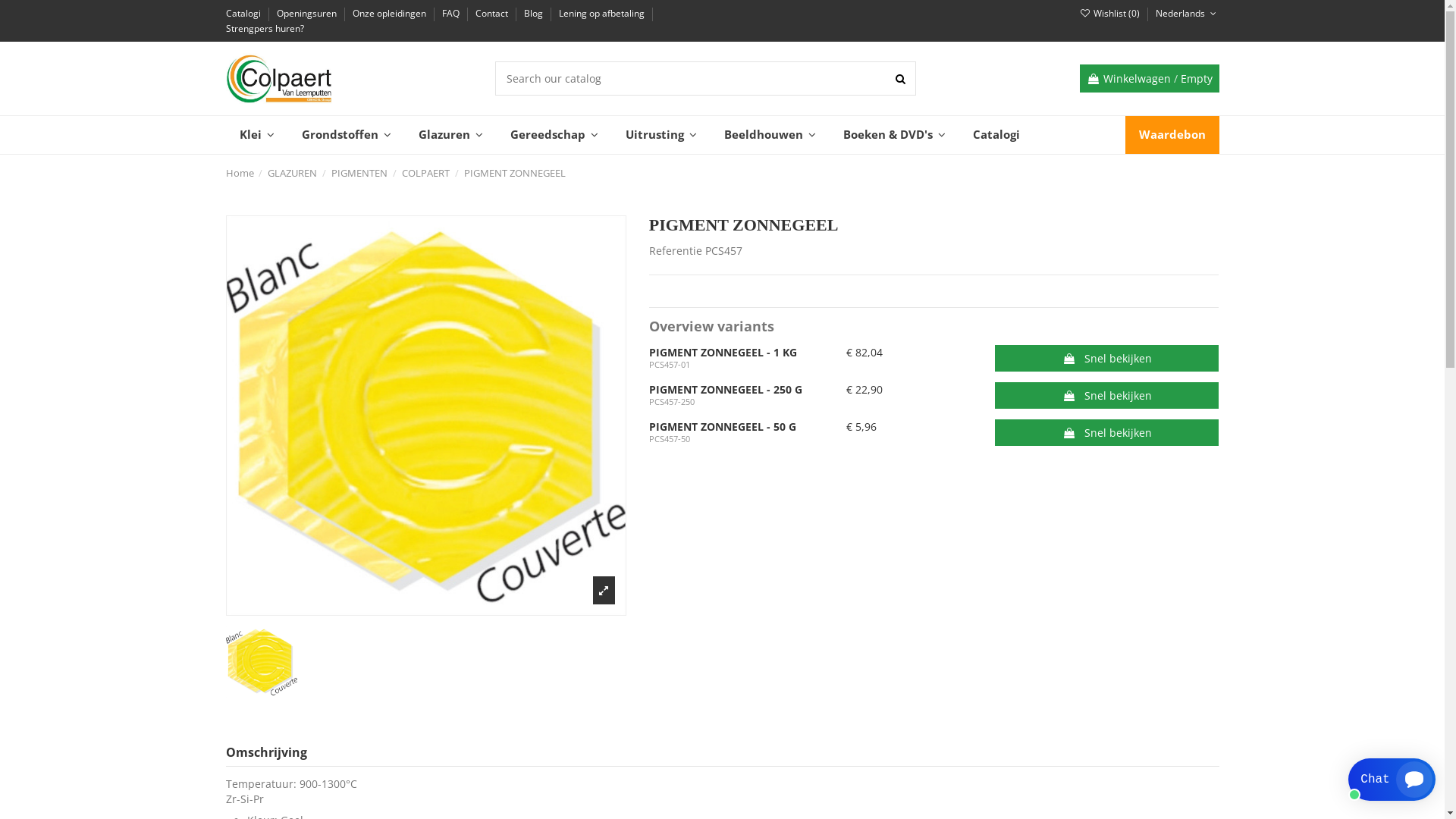 Image resolution: width=1456 pixels, height=819 pixels. Describe the element at coordinates (224, 133) in the screenshot. I see `'Klei'` at that location.